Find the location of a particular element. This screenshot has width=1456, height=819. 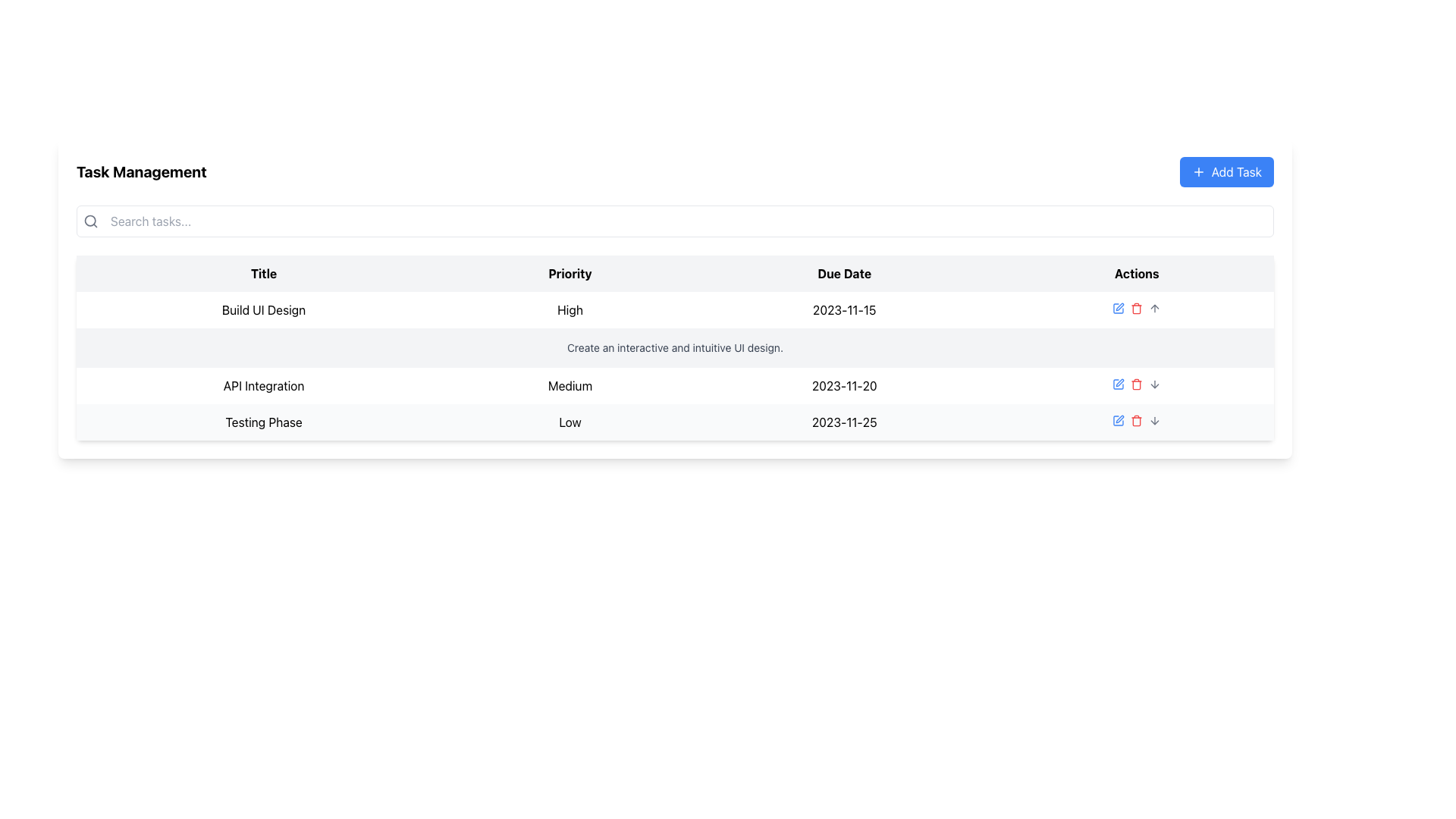

the graphic circle icon located within the magnifying glass icon, which represents the search function in the search bar area is located at coordinates (89, 221).